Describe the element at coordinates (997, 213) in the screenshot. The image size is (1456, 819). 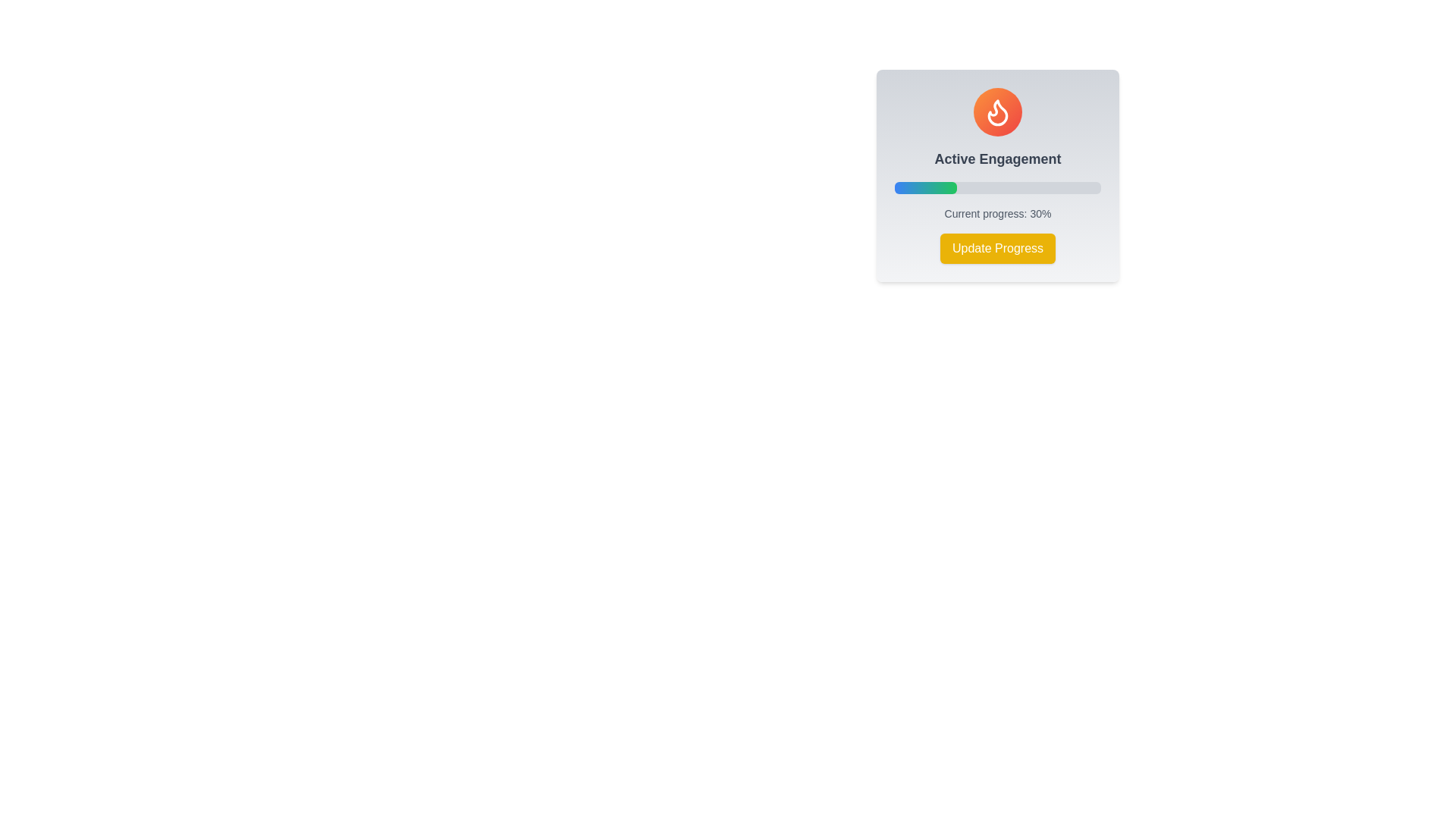
I see `the Text label that displays the current progress percentage, which is located below the progress bar and above the yellow 'Update Progress' button` at that location.